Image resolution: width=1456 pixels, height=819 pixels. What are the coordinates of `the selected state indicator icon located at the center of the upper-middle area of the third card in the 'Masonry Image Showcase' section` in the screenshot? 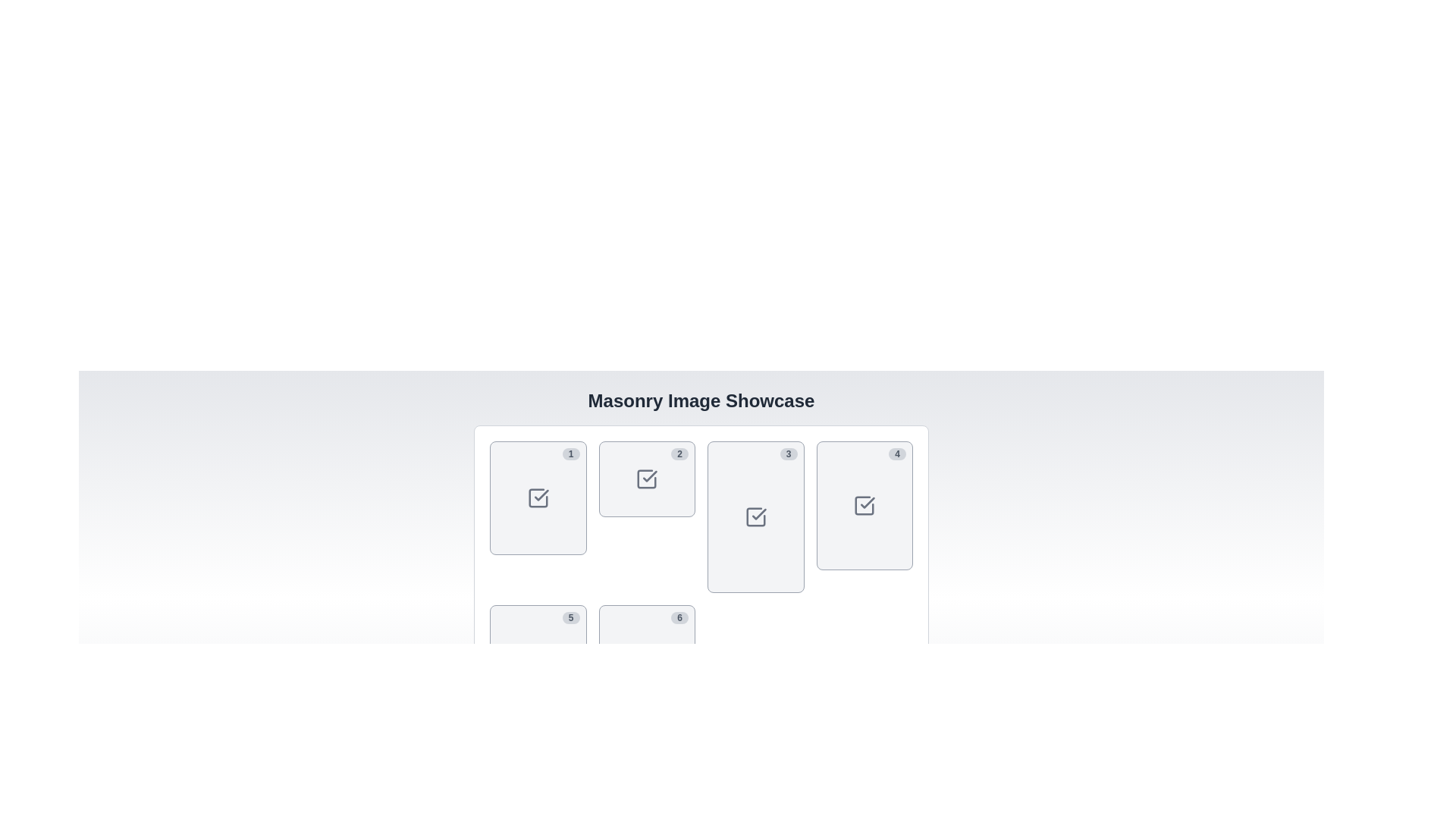 It's located at (755, 516).